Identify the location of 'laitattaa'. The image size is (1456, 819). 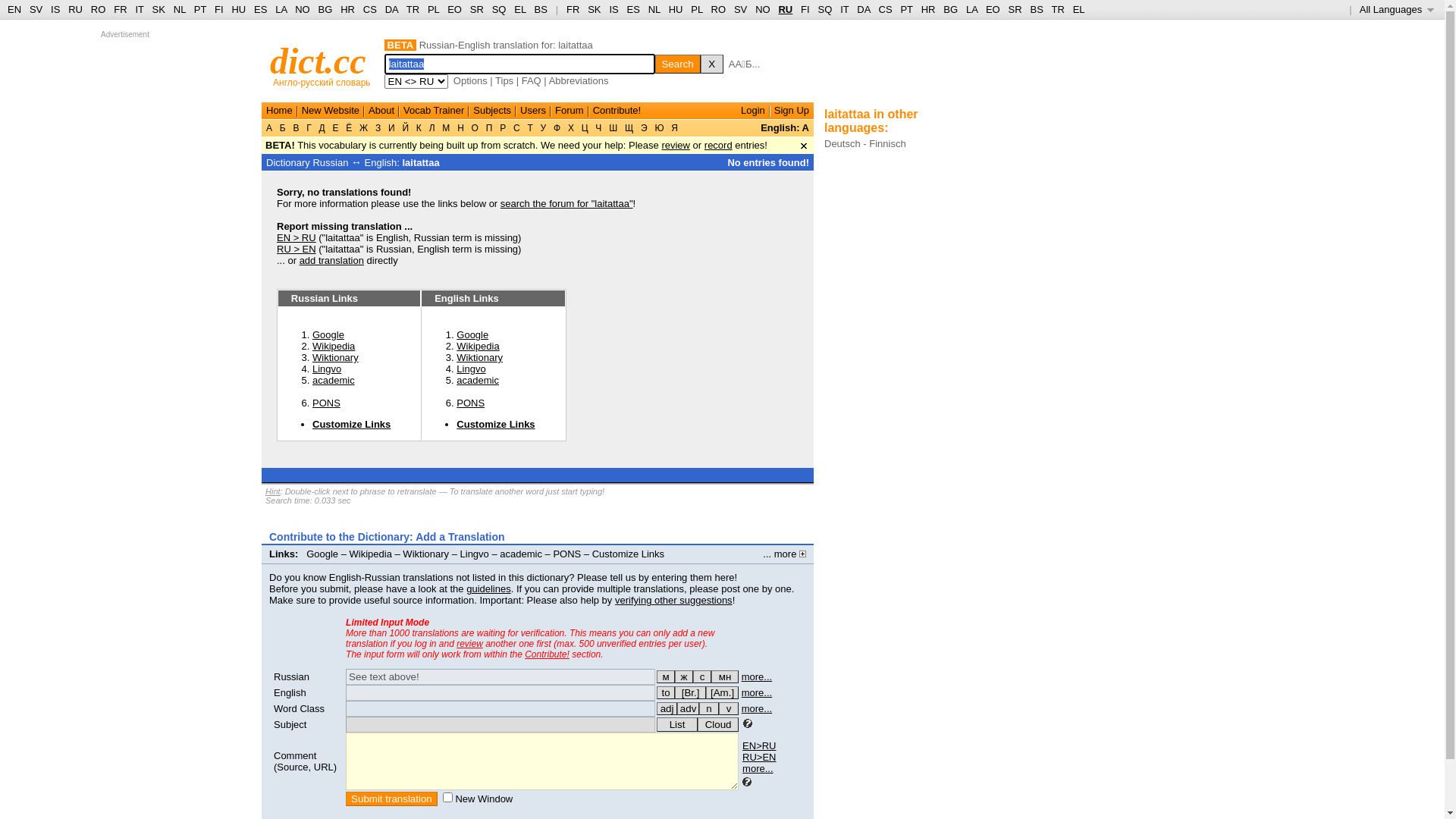
(420, 162).